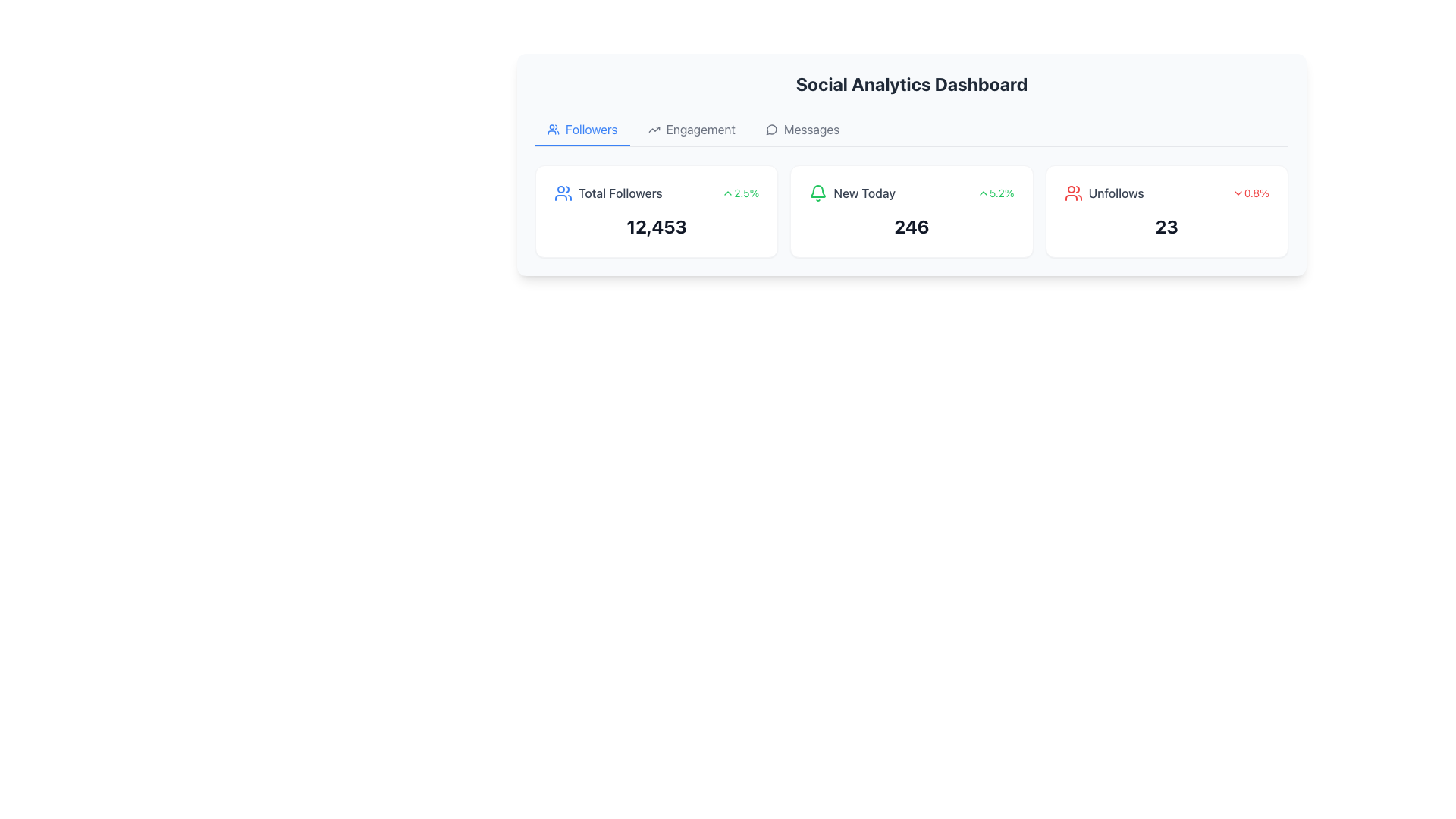 Image resolution: width=1456 pixels, height=819 pixels. What do you see at coordinates (620, 192) in the screenshot?
I see `the 'Total Followers' text label, which is styled with a medium gray font and is located within a dashboard component adjacent to a user icon` at bounding box center [620, 192].